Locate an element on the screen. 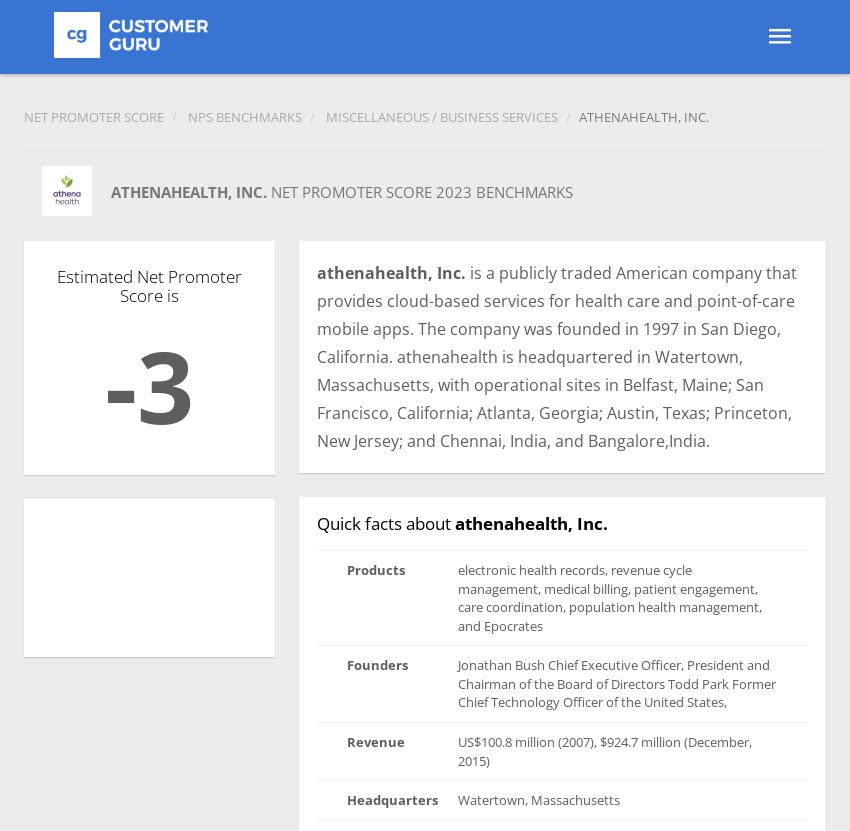 This screenshot has height=831, width=850. 'Jonathan Bush Chief Executive Officer, President and Chairman of the Board of Directors
Todd Park Former Chief Technology Officer of the United States,' is located at coordinates (616, 683).